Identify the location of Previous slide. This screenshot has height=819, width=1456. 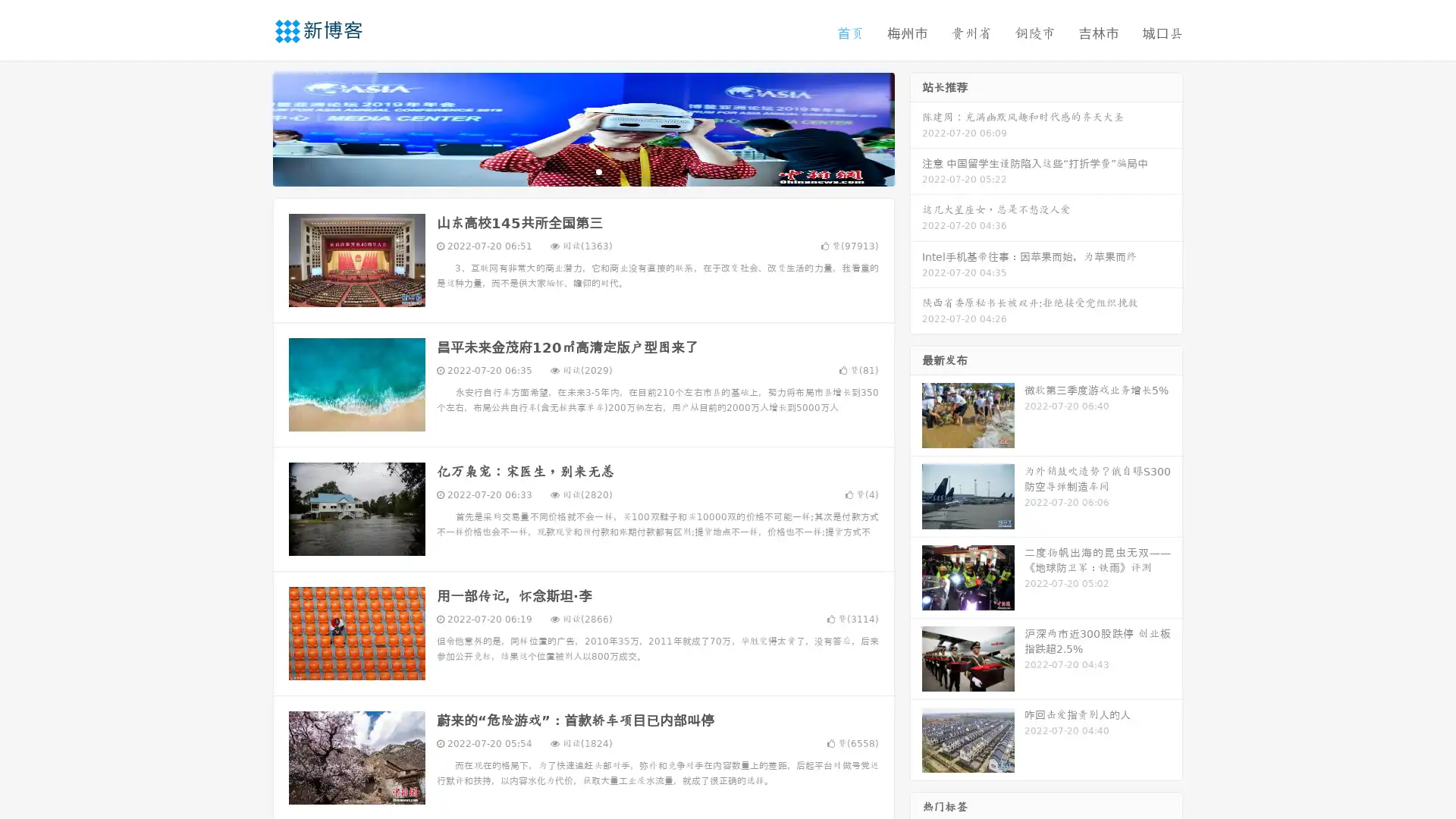
(250, 127).